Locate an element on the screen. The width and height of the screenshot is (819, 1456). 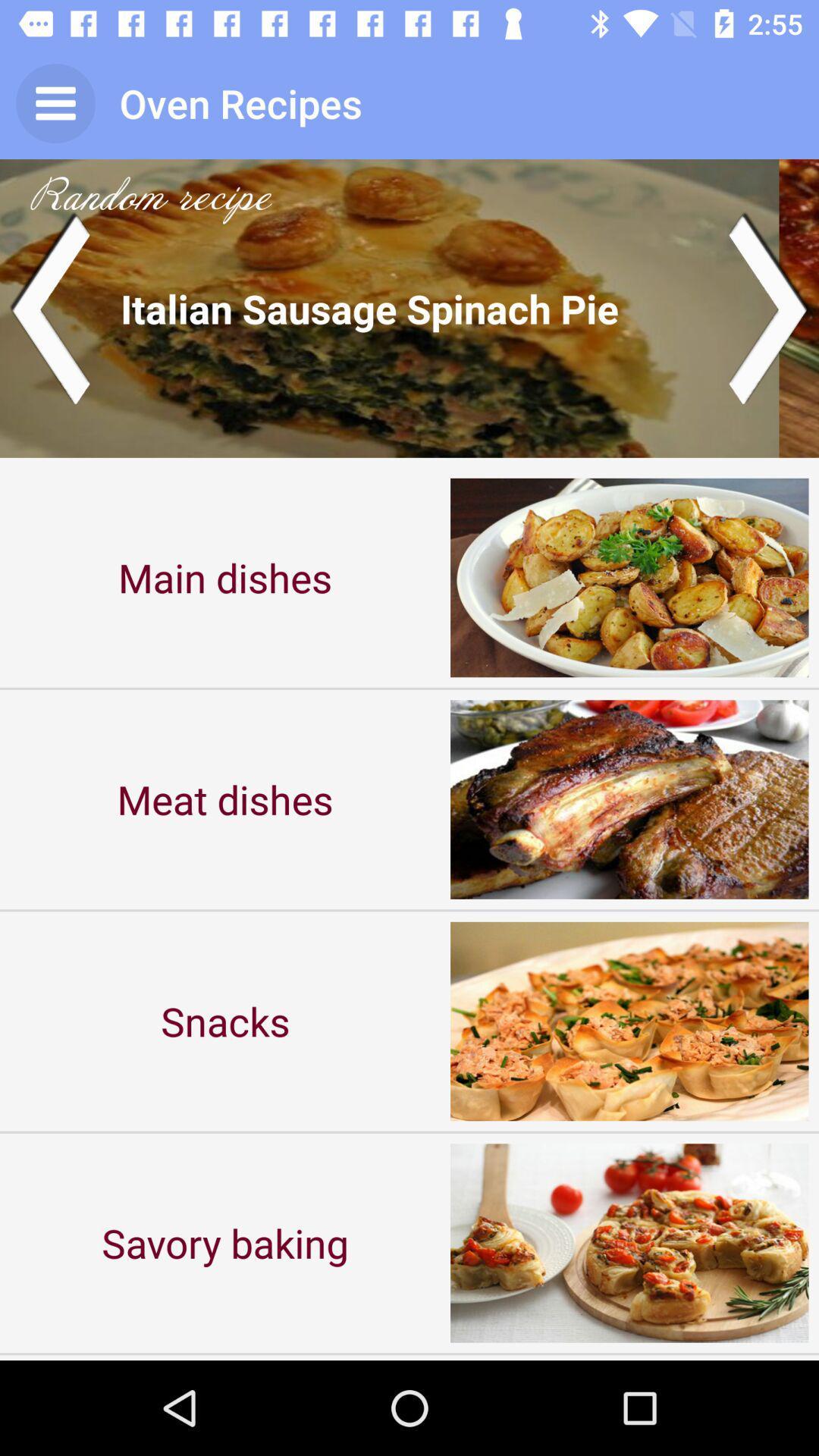
icon below the meat dishes item is located at coordinates (225, 1021).